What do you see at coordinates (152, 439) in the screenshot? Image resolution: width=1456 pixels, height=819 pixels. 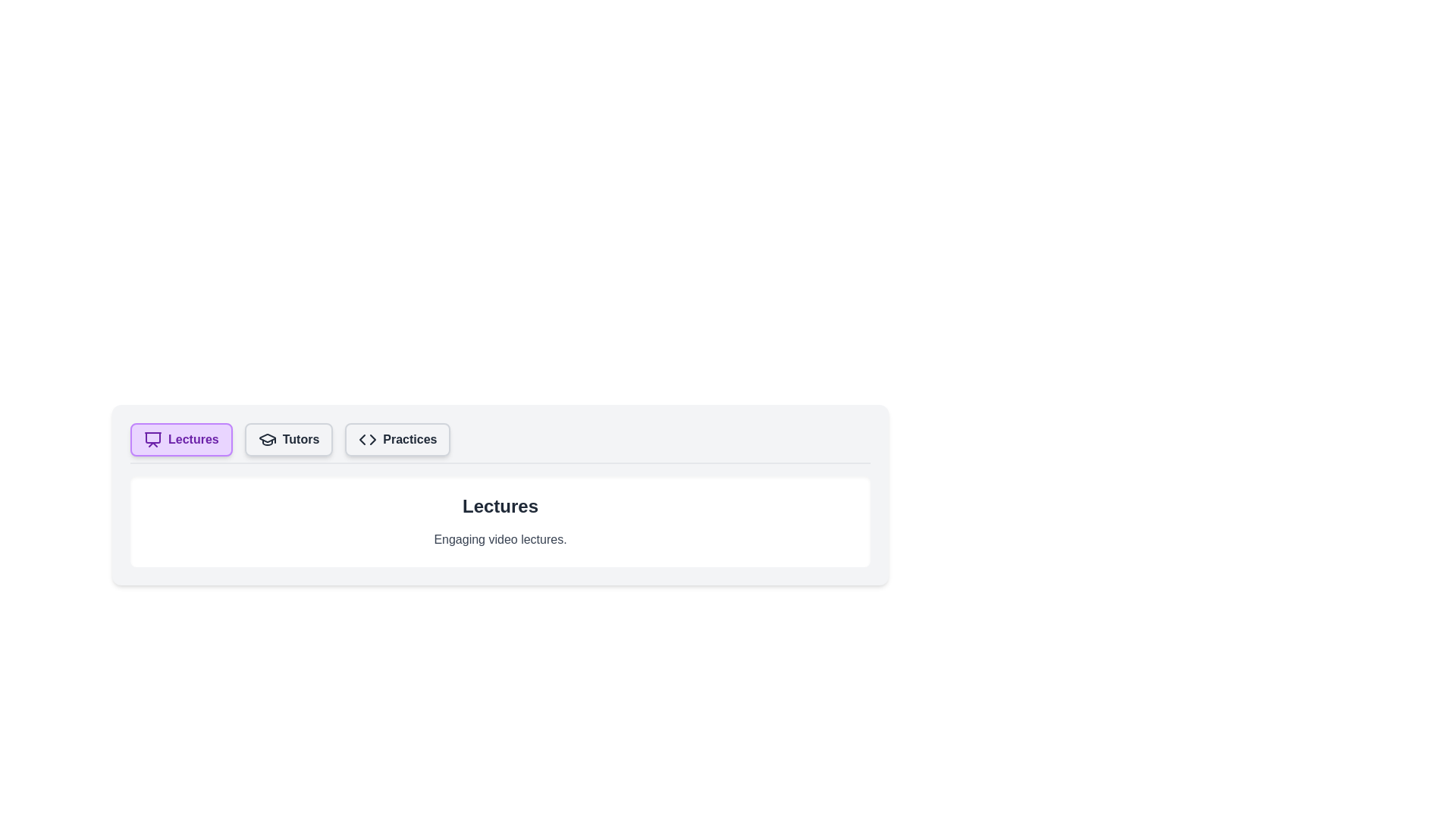 I see `the presentation board icon located within the purple 'Lectures' button, which is the leftmost button in the horizontal row at the top of the interface` at bounding box center [152, 439].